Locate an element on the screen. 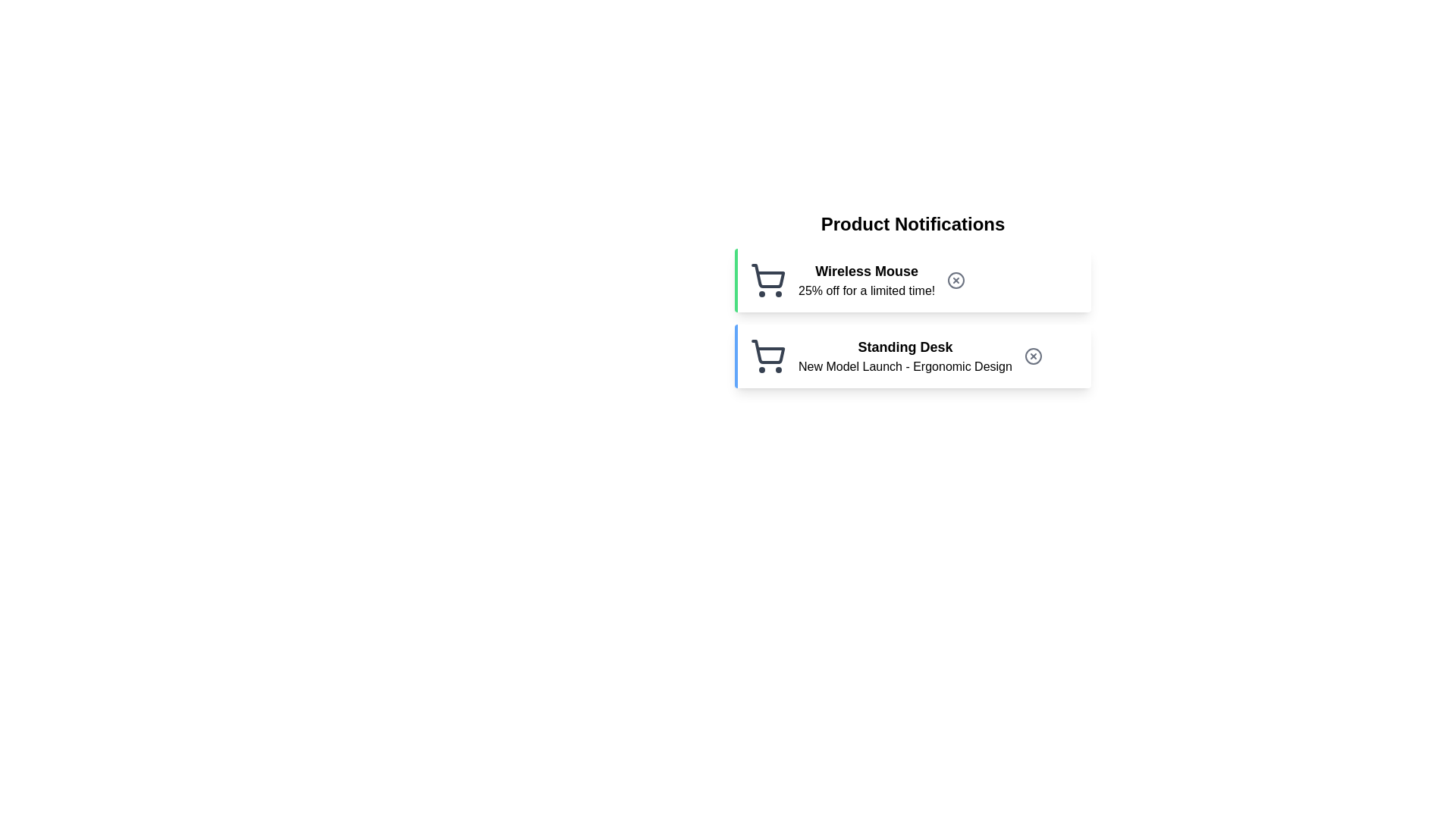 The height and width of the screenshot is (819, 1456). close button for the notification labeled 'Standing Desk' is located at coordinates (1033, 356).